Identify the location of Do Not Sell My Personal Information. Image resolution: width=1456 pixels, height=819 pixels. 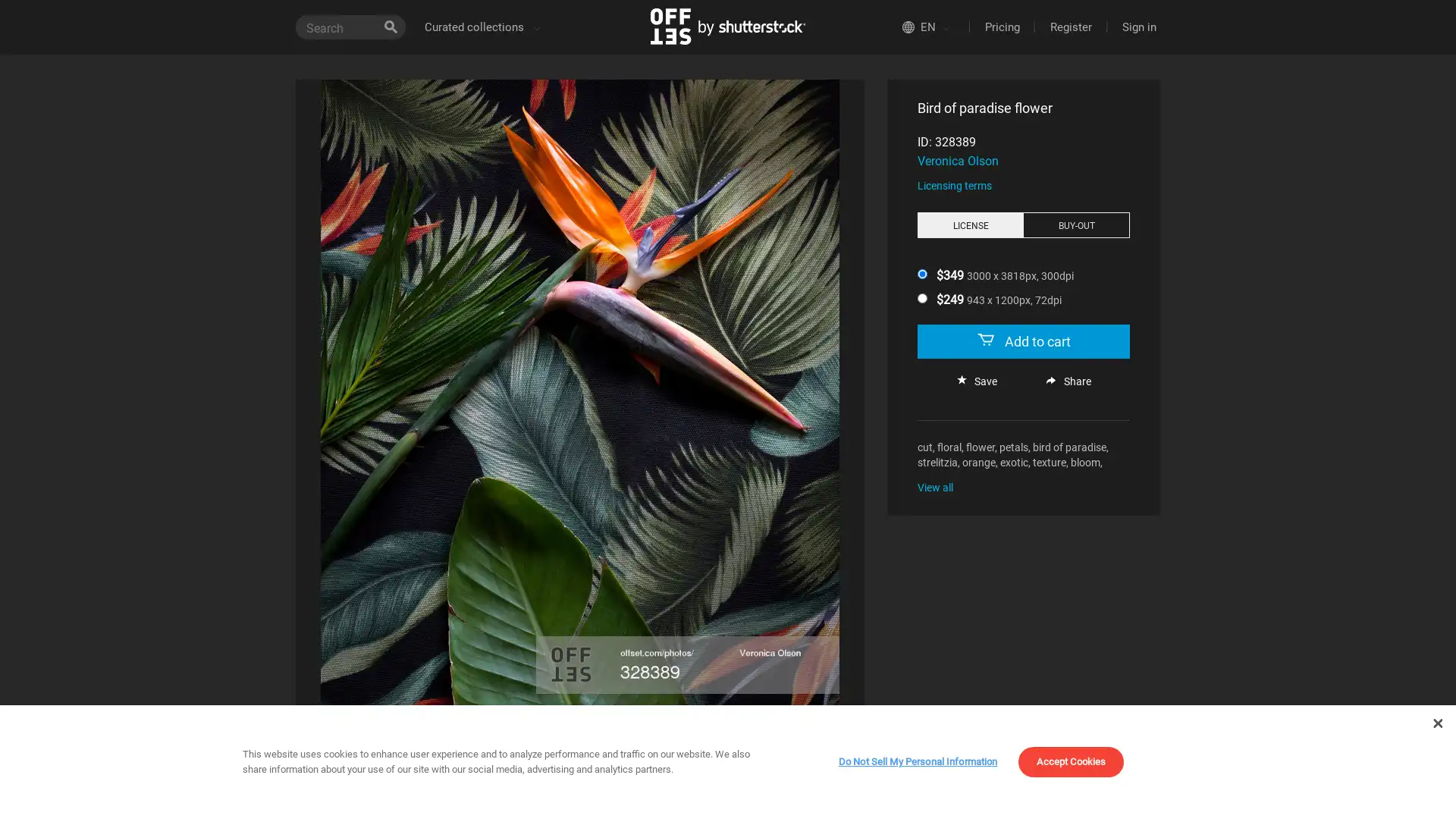
(916, 761).